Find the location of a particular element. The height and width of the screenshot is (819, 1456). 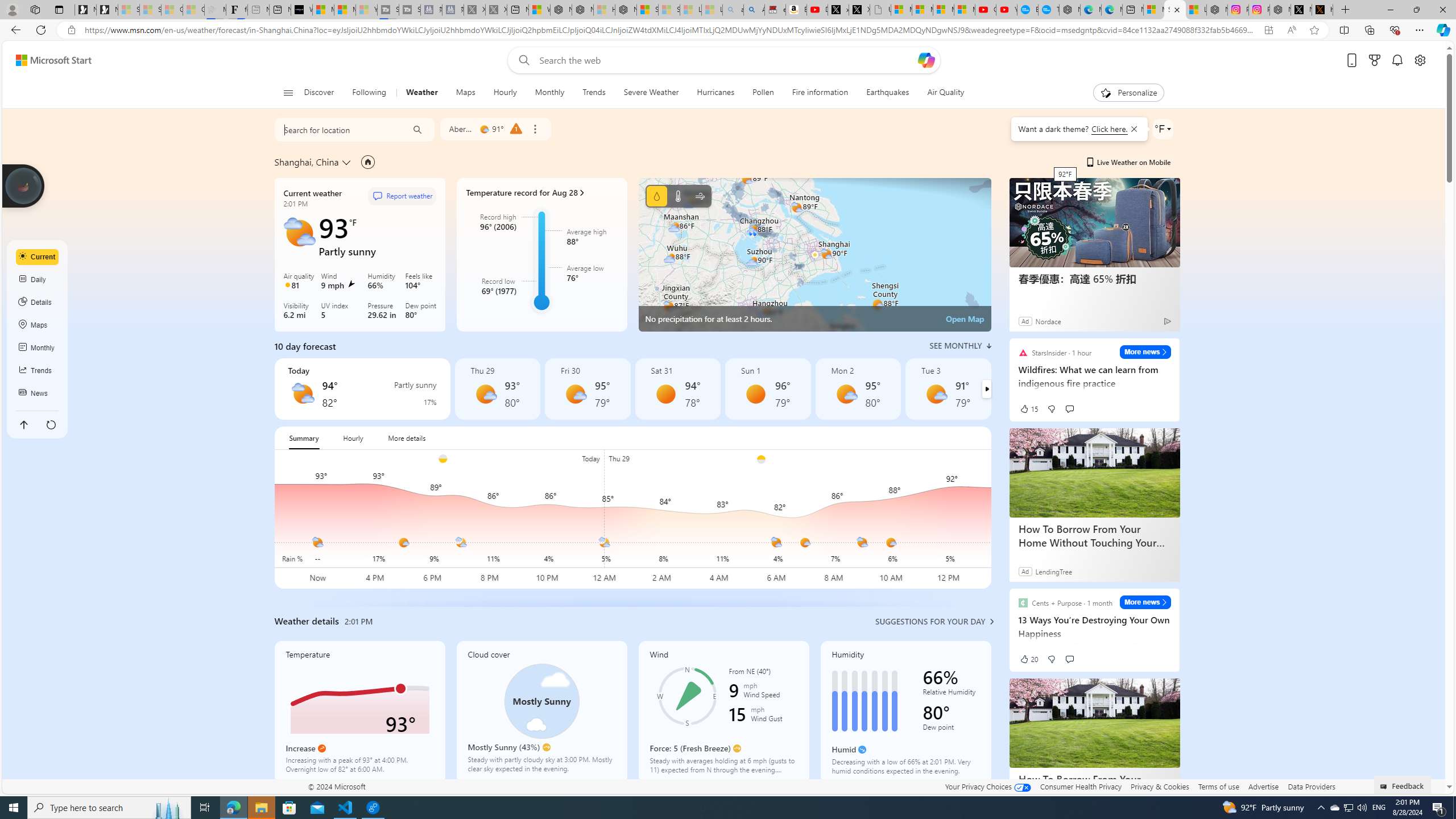

'Class: cloudCoverSvg-DS-ps0R9q' is located at coordinates (541, 701).